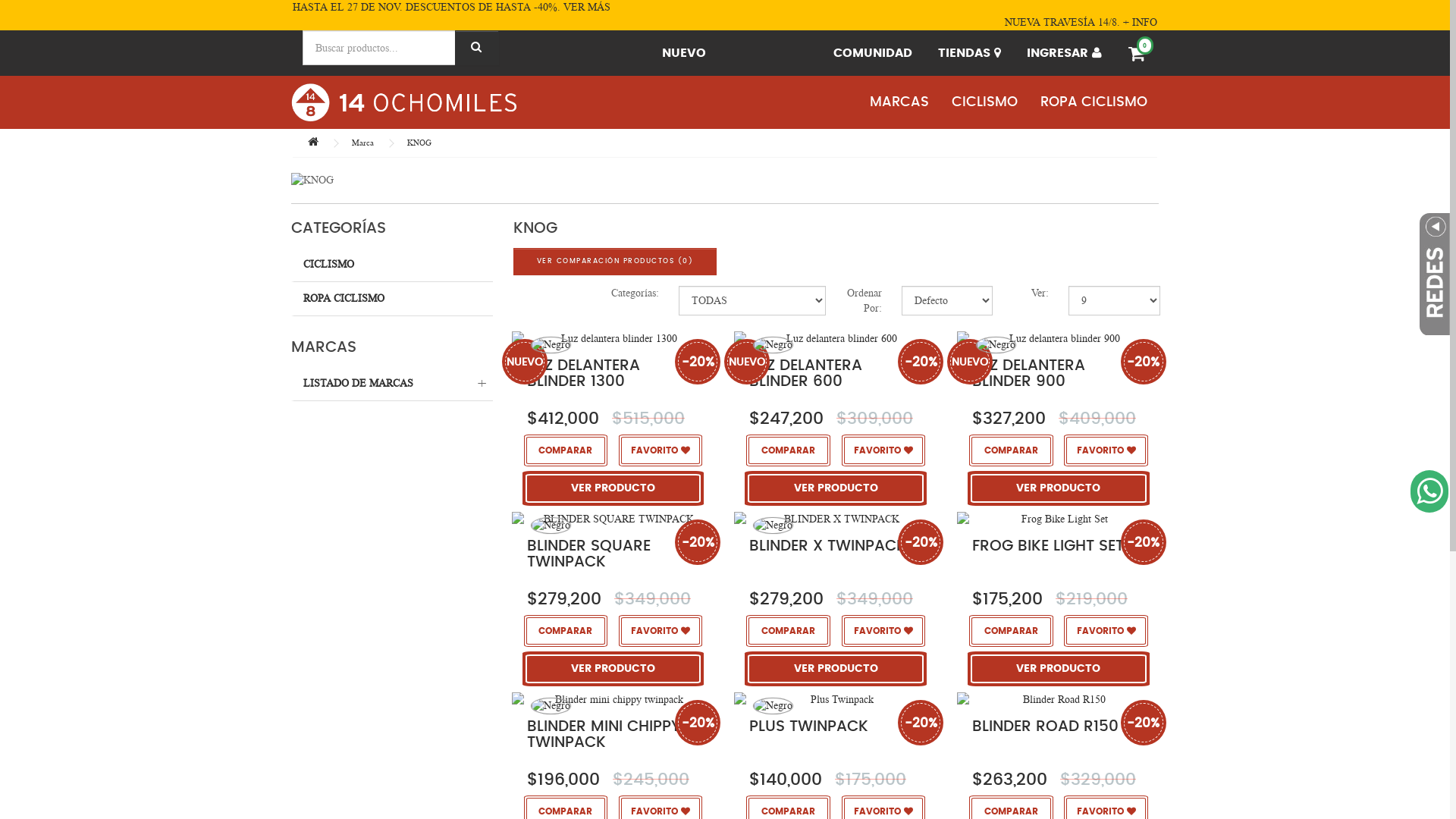  I want to click on 'Blinder Road R150', so click(1057, 698).